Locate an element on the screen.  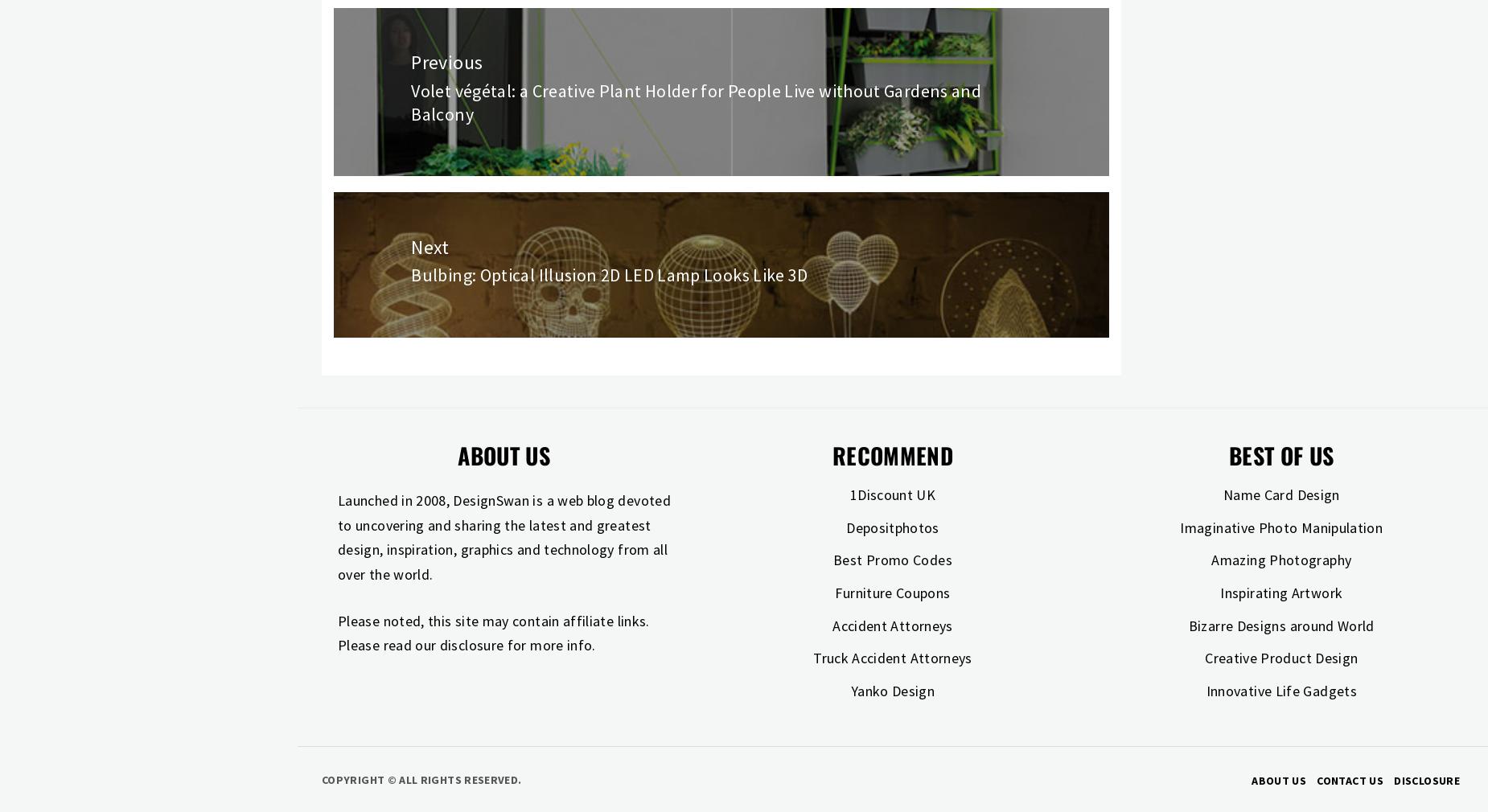
'Name Card Design' is located at coordinates (1280, 494).